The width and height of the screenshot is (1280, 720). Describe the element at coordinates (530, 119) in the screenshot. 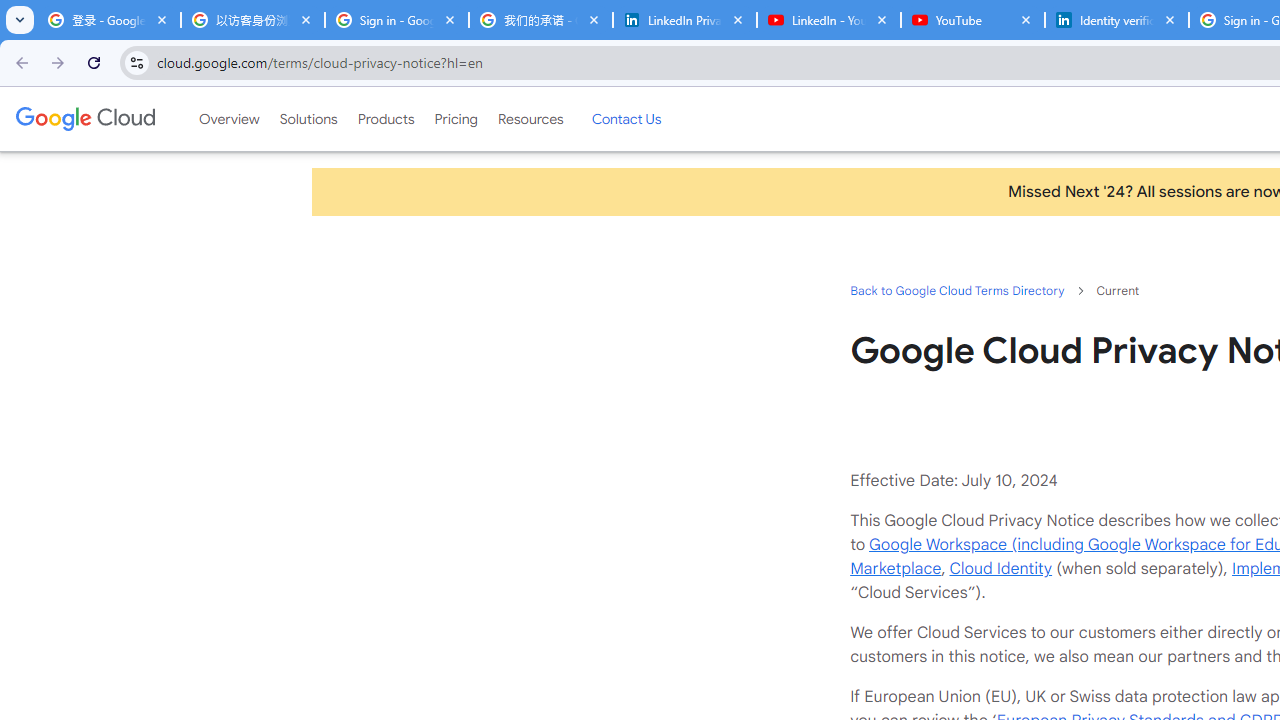

I see `'Resources'` at that location.